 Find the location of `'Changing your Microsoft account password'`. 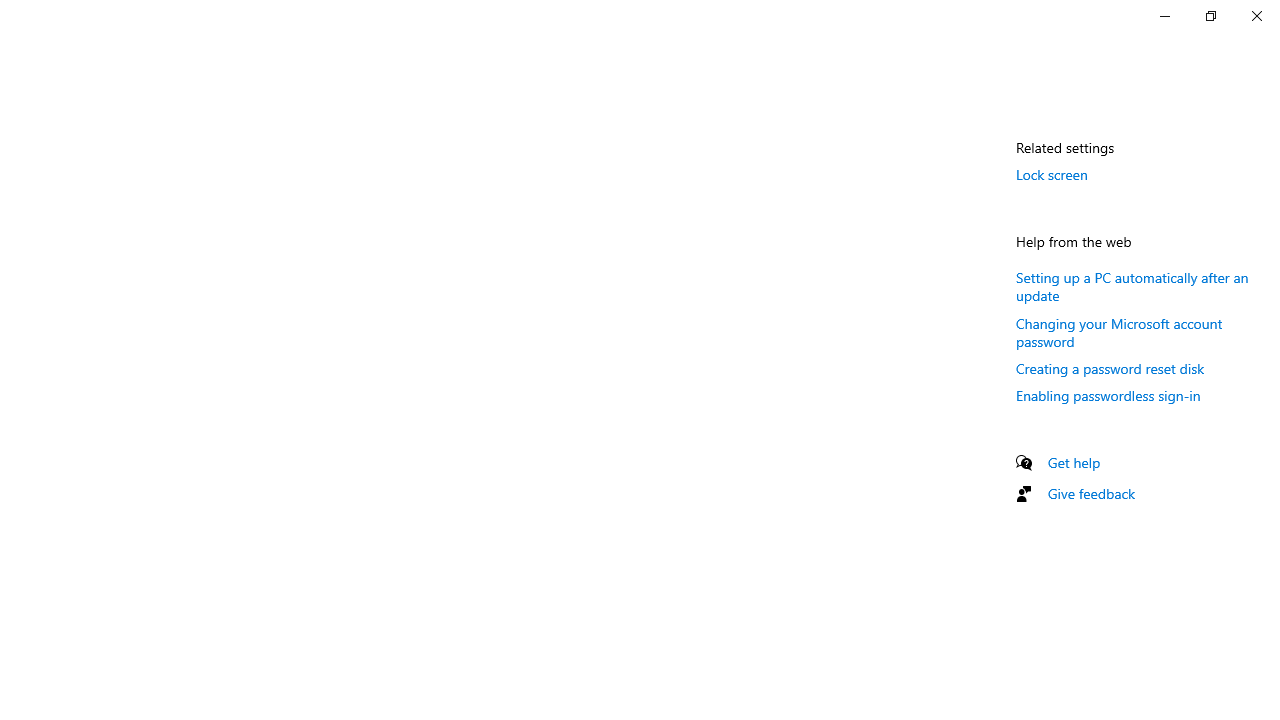

'Changing your Microsoft account password' is located at coordinates (1118, 331).